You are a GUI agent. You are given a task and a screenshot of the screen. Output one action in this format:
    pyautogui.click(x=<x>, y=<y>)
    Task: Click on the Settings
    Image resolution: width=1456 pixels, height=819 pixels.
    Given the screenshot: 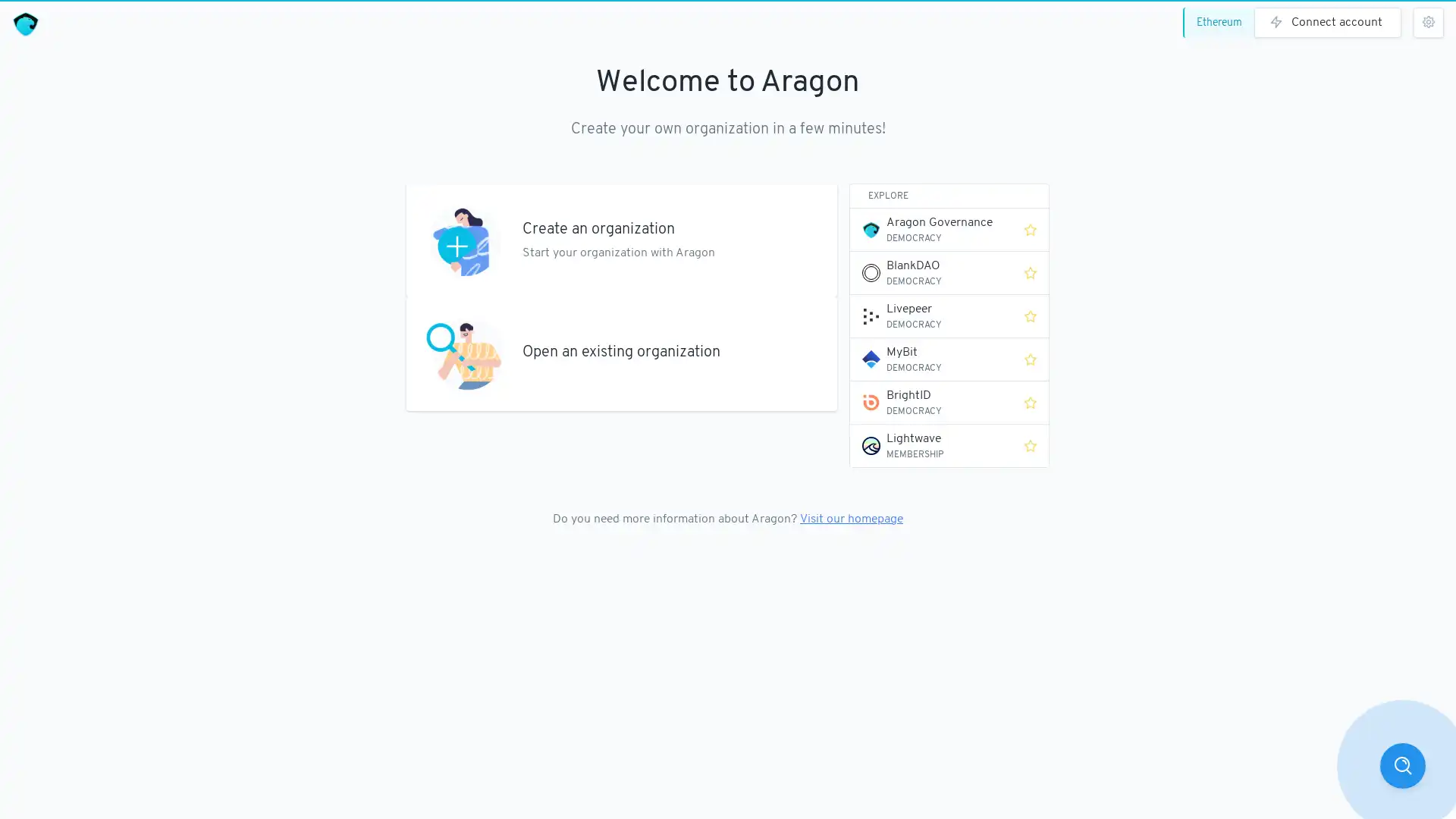 What is the action you would take?
    pyautogui.click(x=1427, y=23)
    